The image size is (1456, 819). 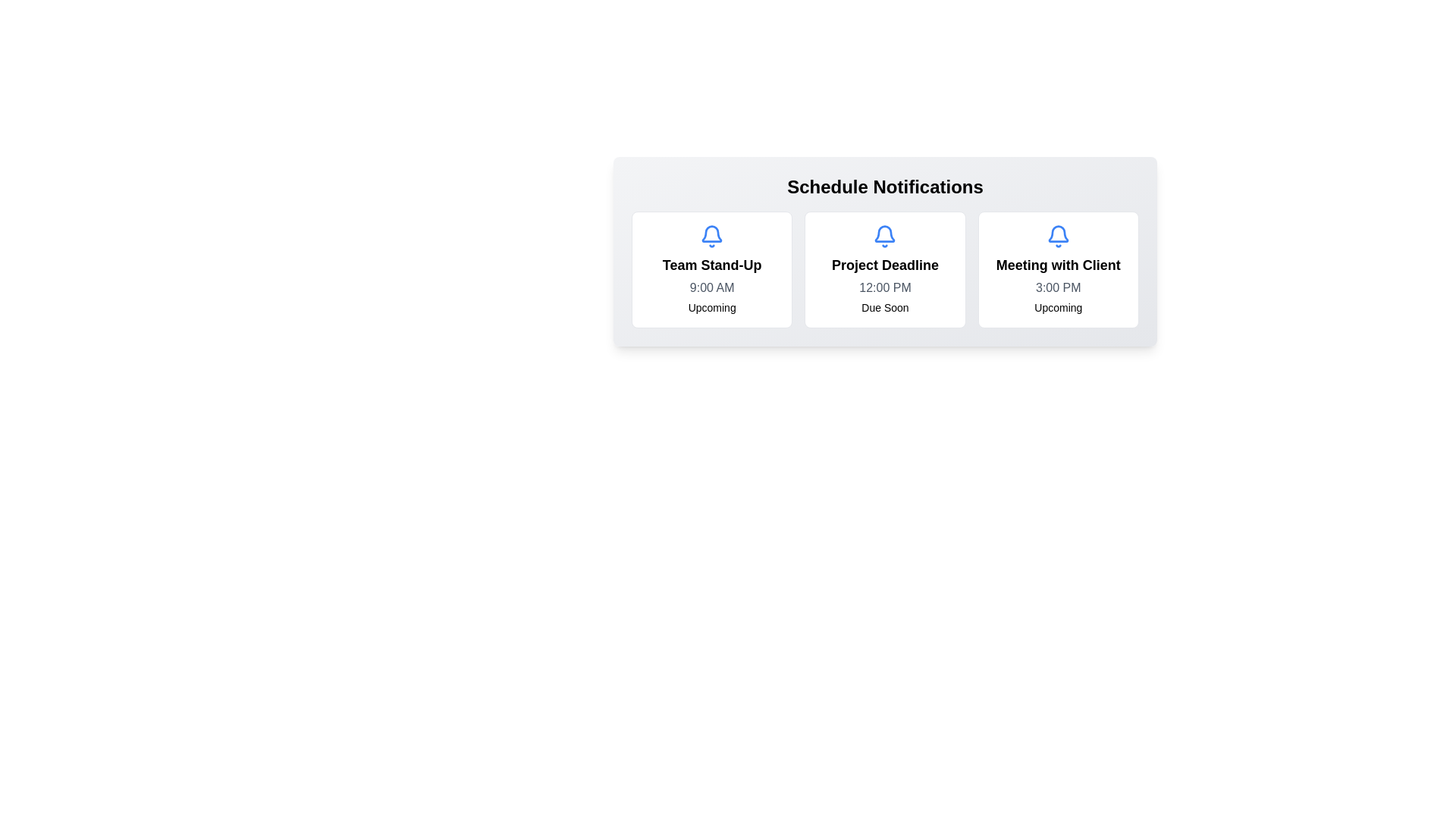 I want to click on details displayed on the card labeled 'Meeting with Client' which includes time '3:00 PM' and status 'Upcoming' in green, so click(x=1057, y=268).